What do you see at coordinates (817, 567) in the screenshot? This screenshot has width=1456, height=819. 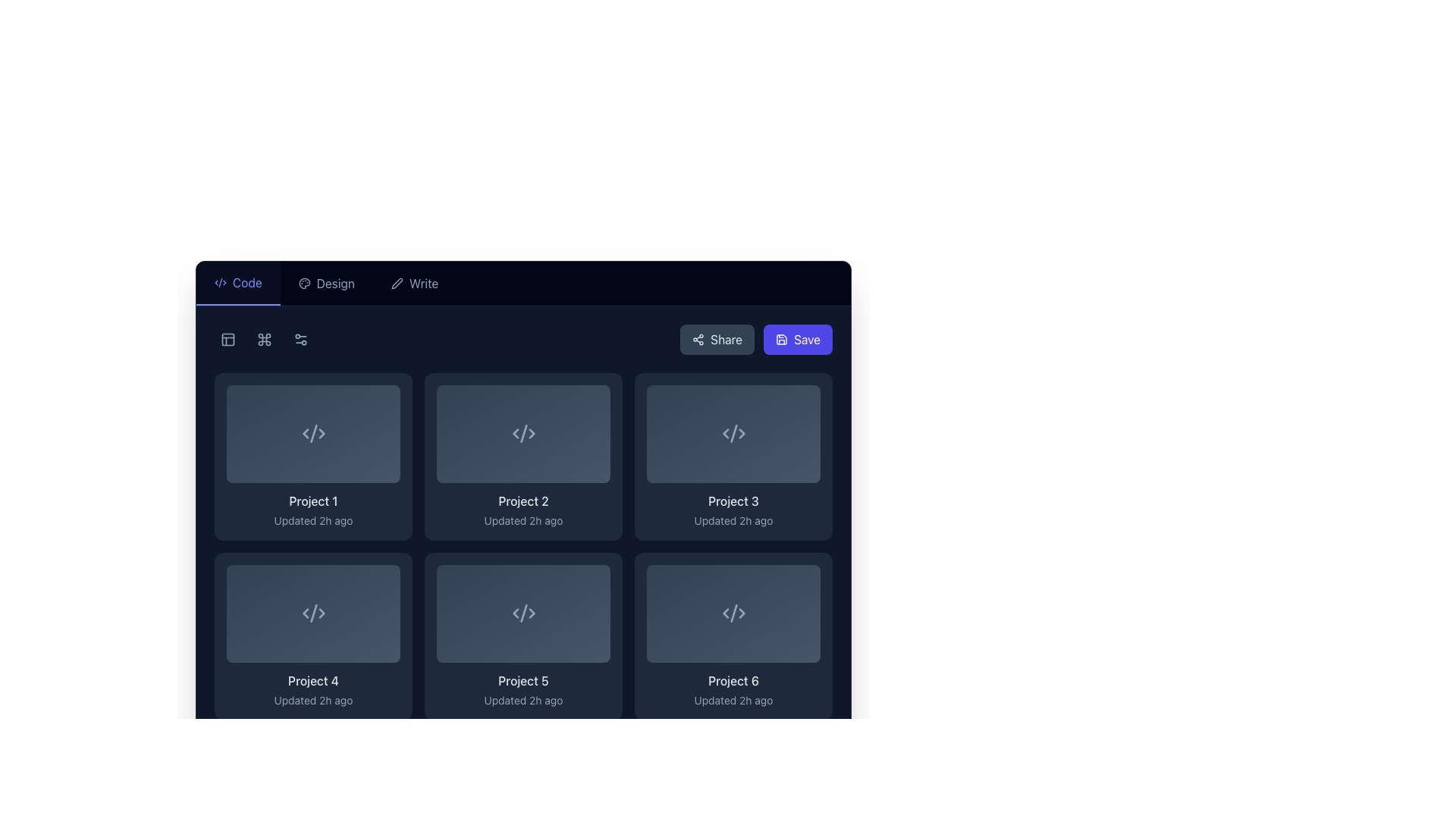 I see `the interactive control button located at the top-right corner of the 'Project 6' card` at bounding box center [817, 567].